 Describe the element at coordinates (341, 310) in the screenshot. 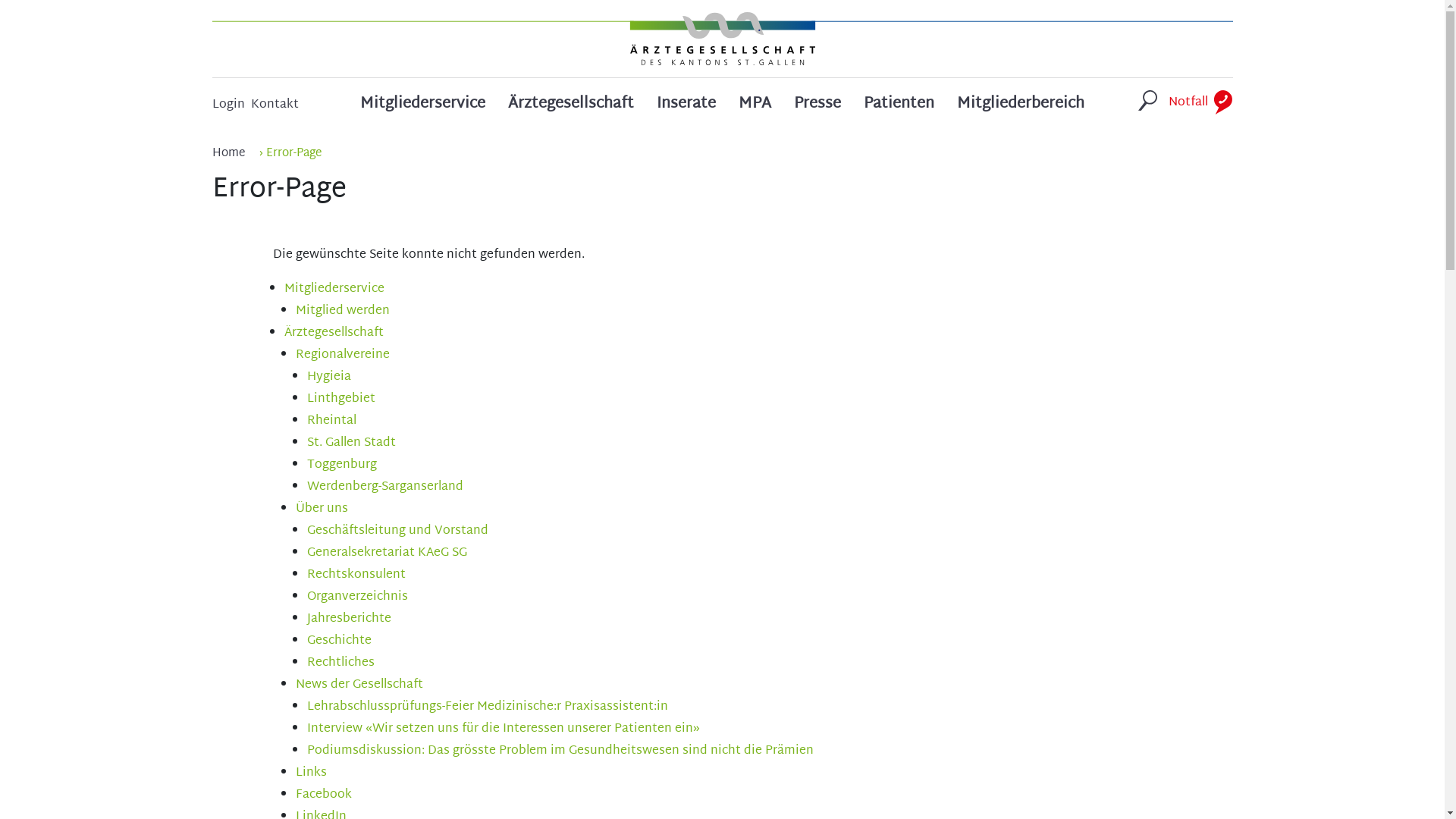

I see `'Mitglied werden'` at that location.